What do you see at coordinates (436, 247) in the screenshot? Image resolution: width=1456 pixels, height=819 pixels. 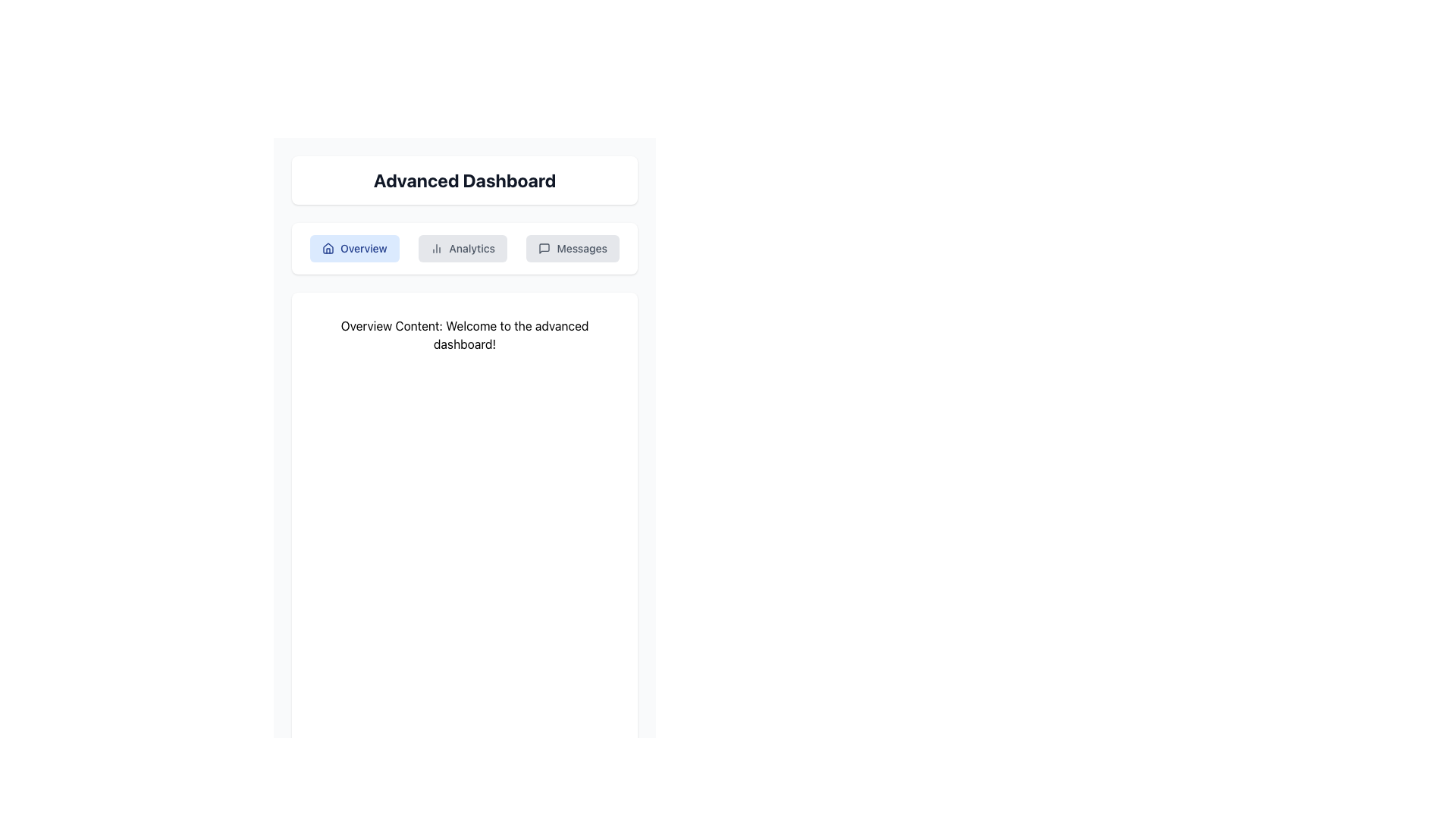 I see `the visual indicator icon representing analytical data, located within the 'Analytics' button, situated between the 'Overview' and 'Messages' buttons` at bounding box center [436, 247].